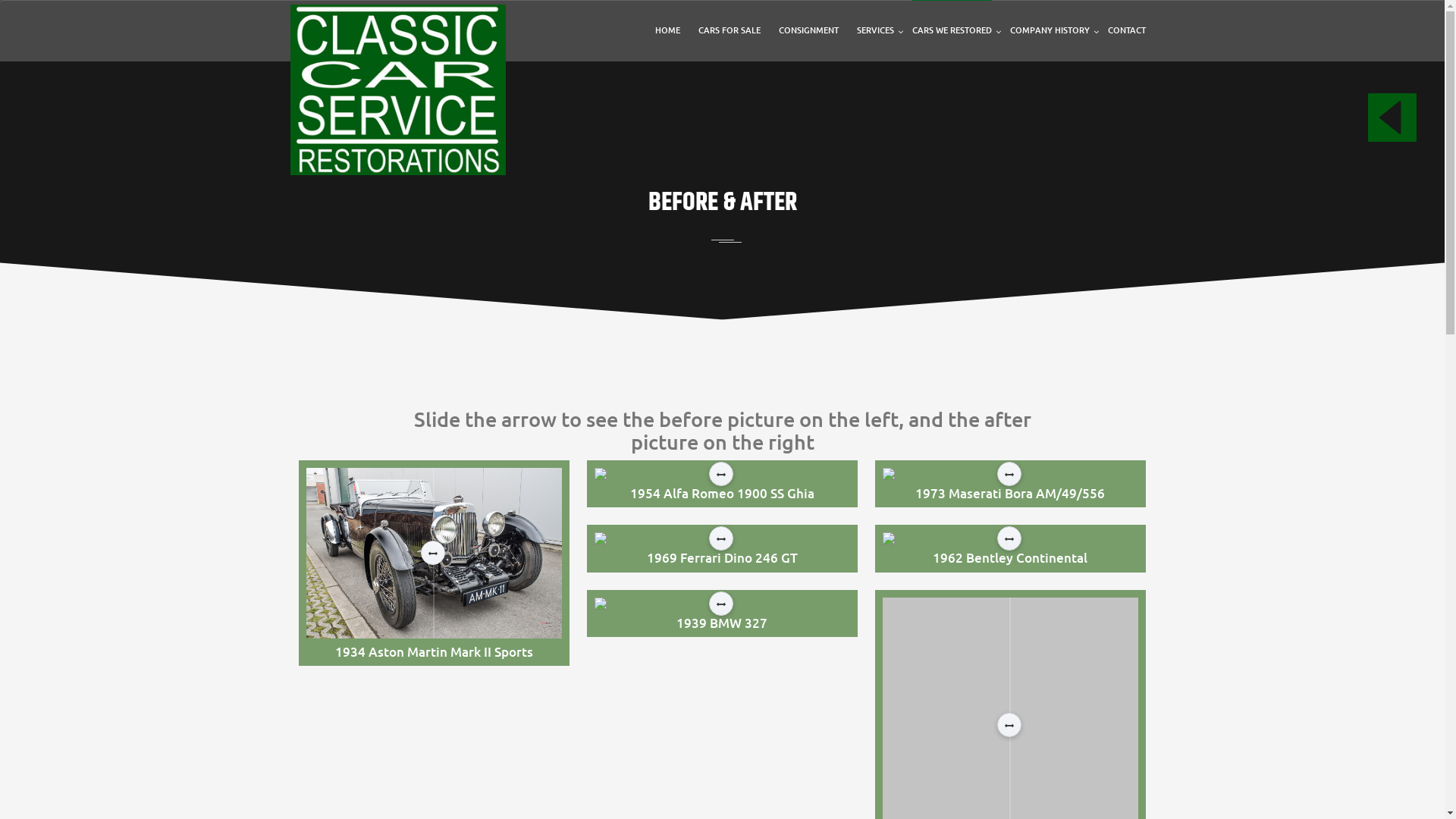 The height and width of the screenshot is (819, 1456). Describe the element at coordinates (1049, 30) in the screenshot. I see `'COMPANY HISTORY'` at that location.